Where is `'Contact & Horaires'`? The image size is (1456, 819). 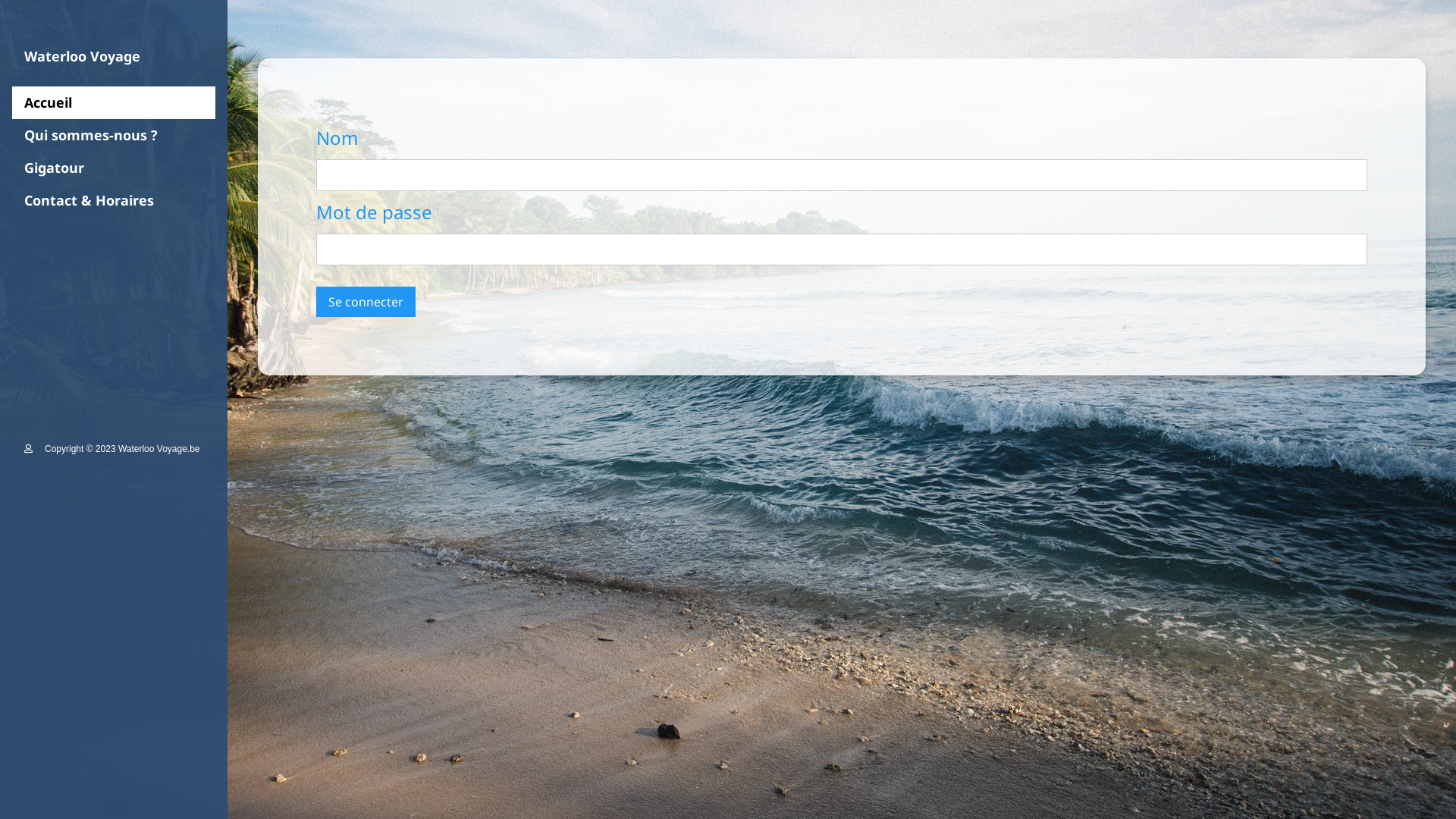 'Contact & Horaires' is located at coordinates (11, 199).